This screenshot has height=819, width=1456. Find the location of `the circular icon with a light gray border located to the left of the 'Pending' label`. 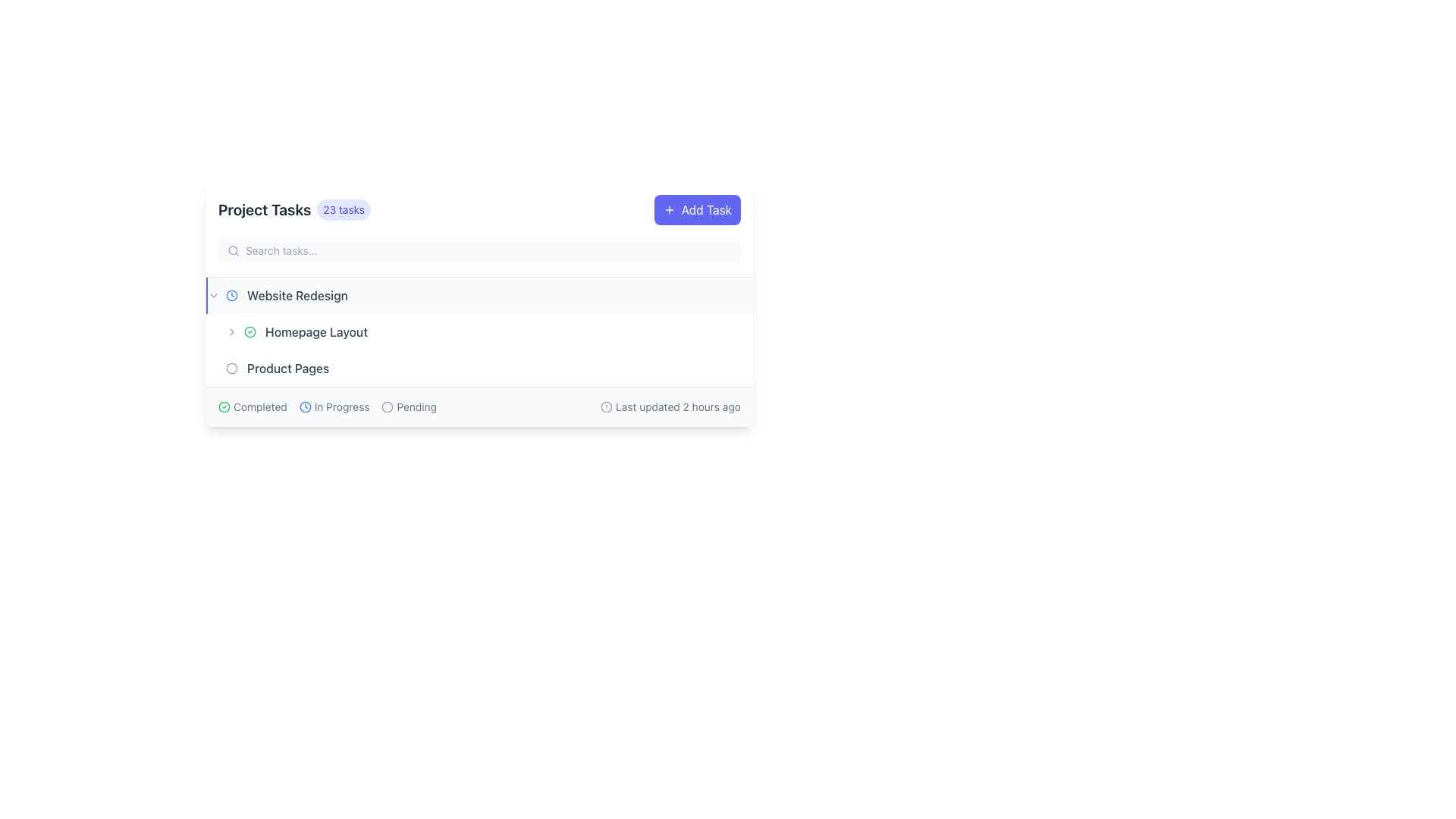

the circular icon with a light gray border located to the left of the 'Pending' label is located at coordinates (388, 406).